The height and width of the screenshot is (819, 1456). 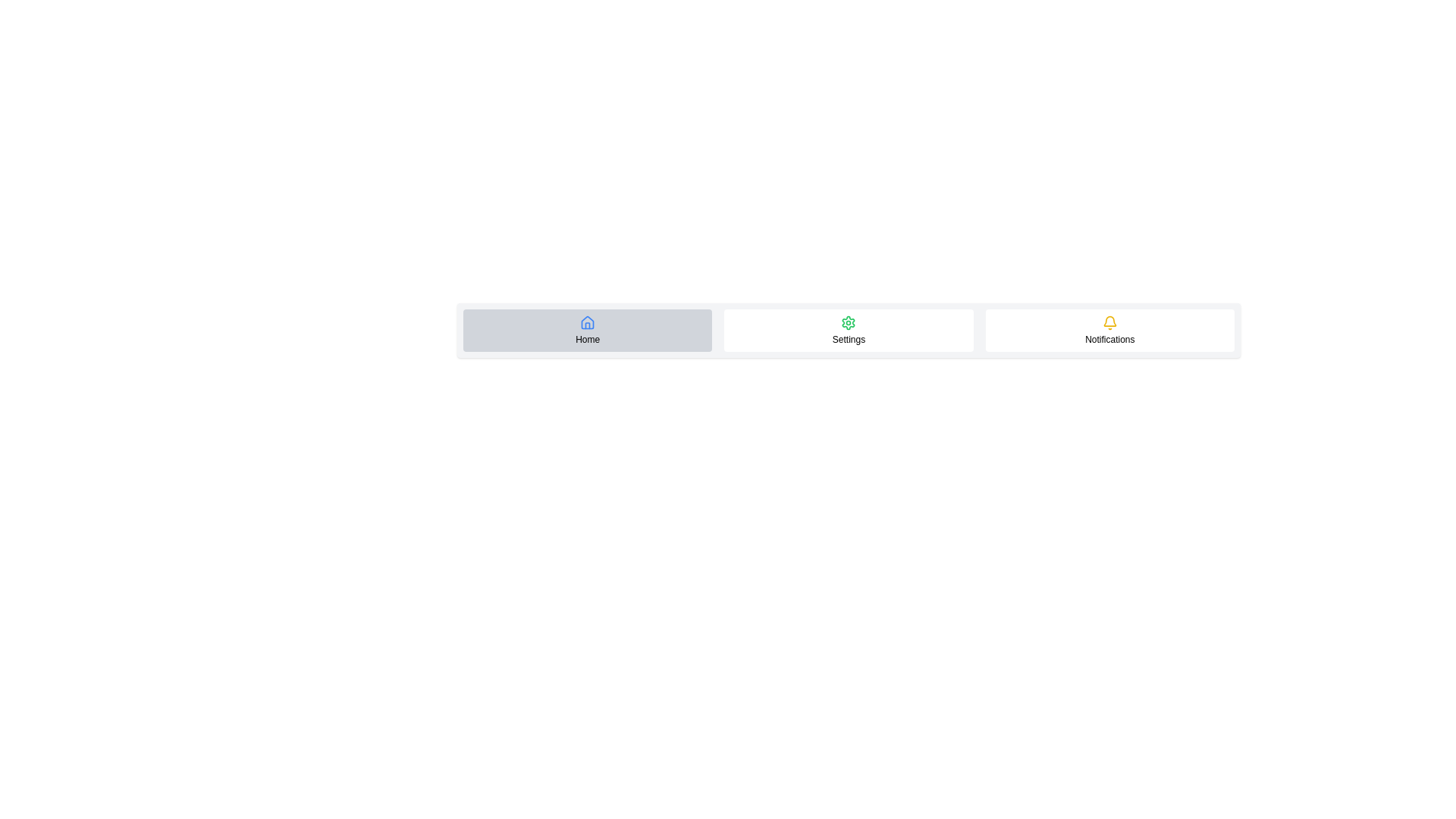 I want to click on the blue outlined house icon located within the 'Home' button in the navigation bar, so click(x=587, y=322).